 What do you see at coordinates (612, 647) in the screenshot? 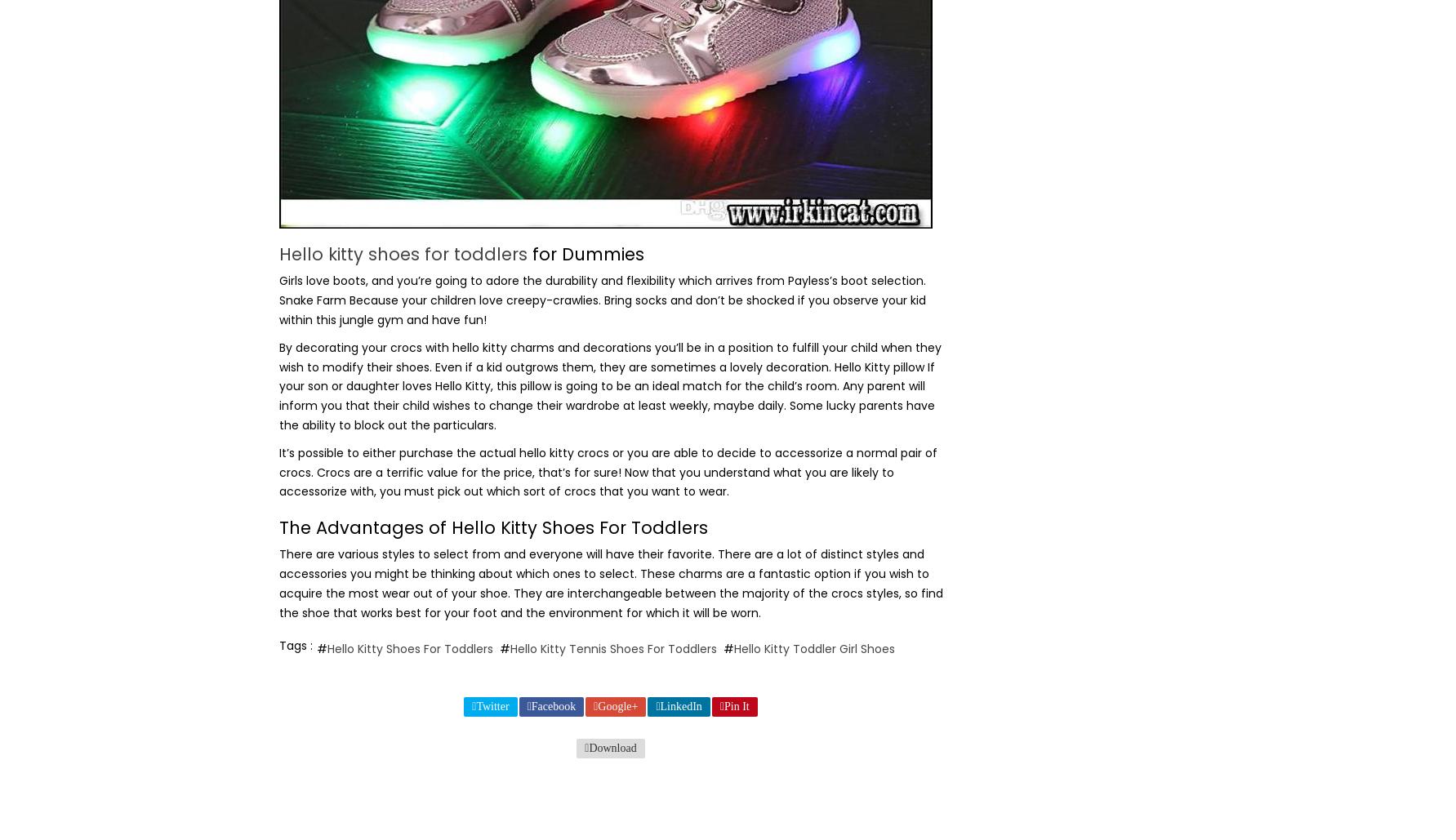
I see `'Hello Kitty Tennis Shoes For Toddlers'` at bounding box center [612, 647].